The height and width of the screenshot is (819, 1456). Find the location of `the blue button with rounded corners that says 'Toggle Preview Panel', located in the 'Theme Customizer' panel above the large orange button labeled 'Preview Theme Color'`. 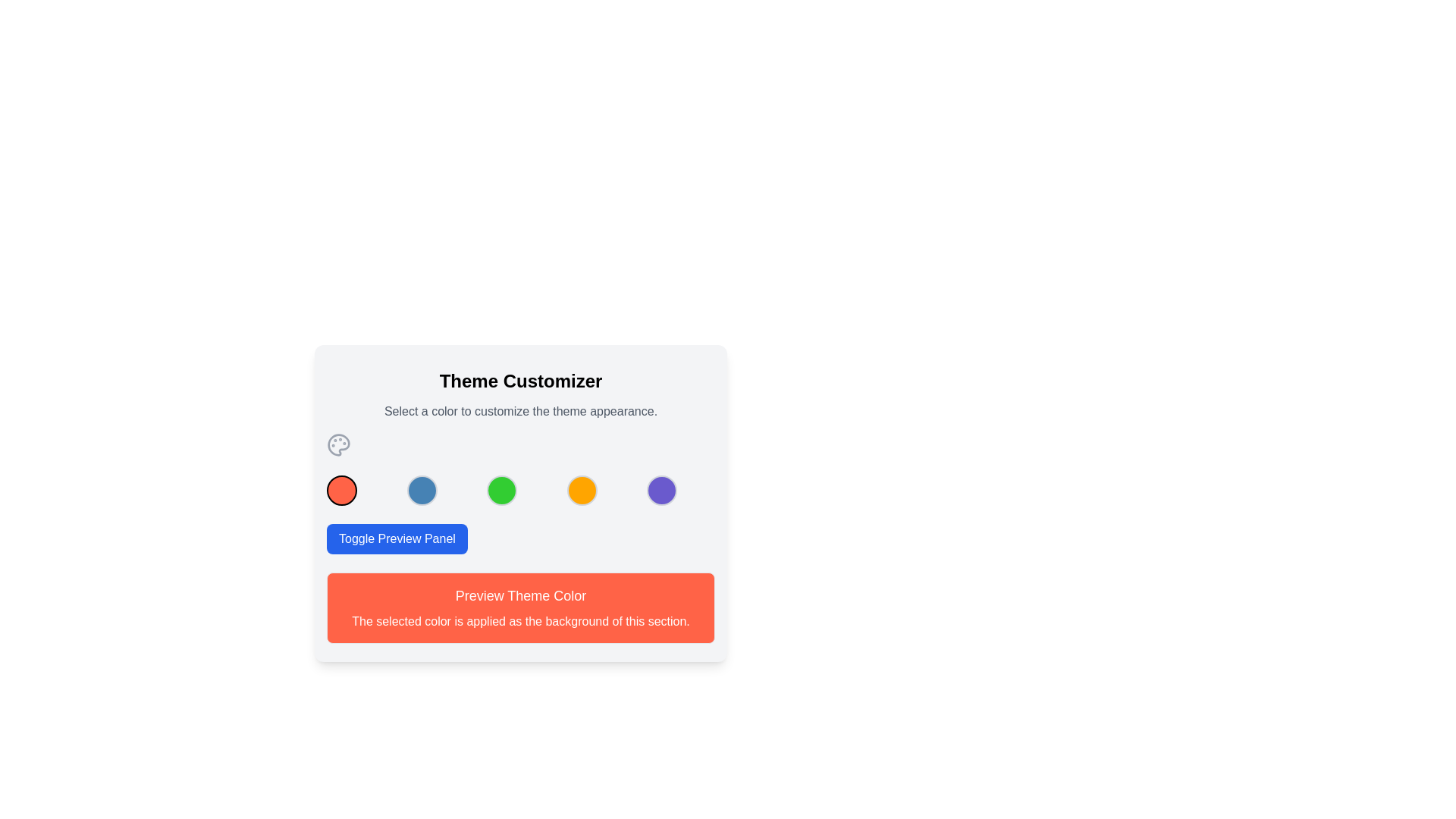

the blue button with rounded corners that says 'Toggle Preview Panel', located in the 'Theme Customizer' panel above the large orange button labeled 'Preview Theme Color' is located at coordinates (397, 538).